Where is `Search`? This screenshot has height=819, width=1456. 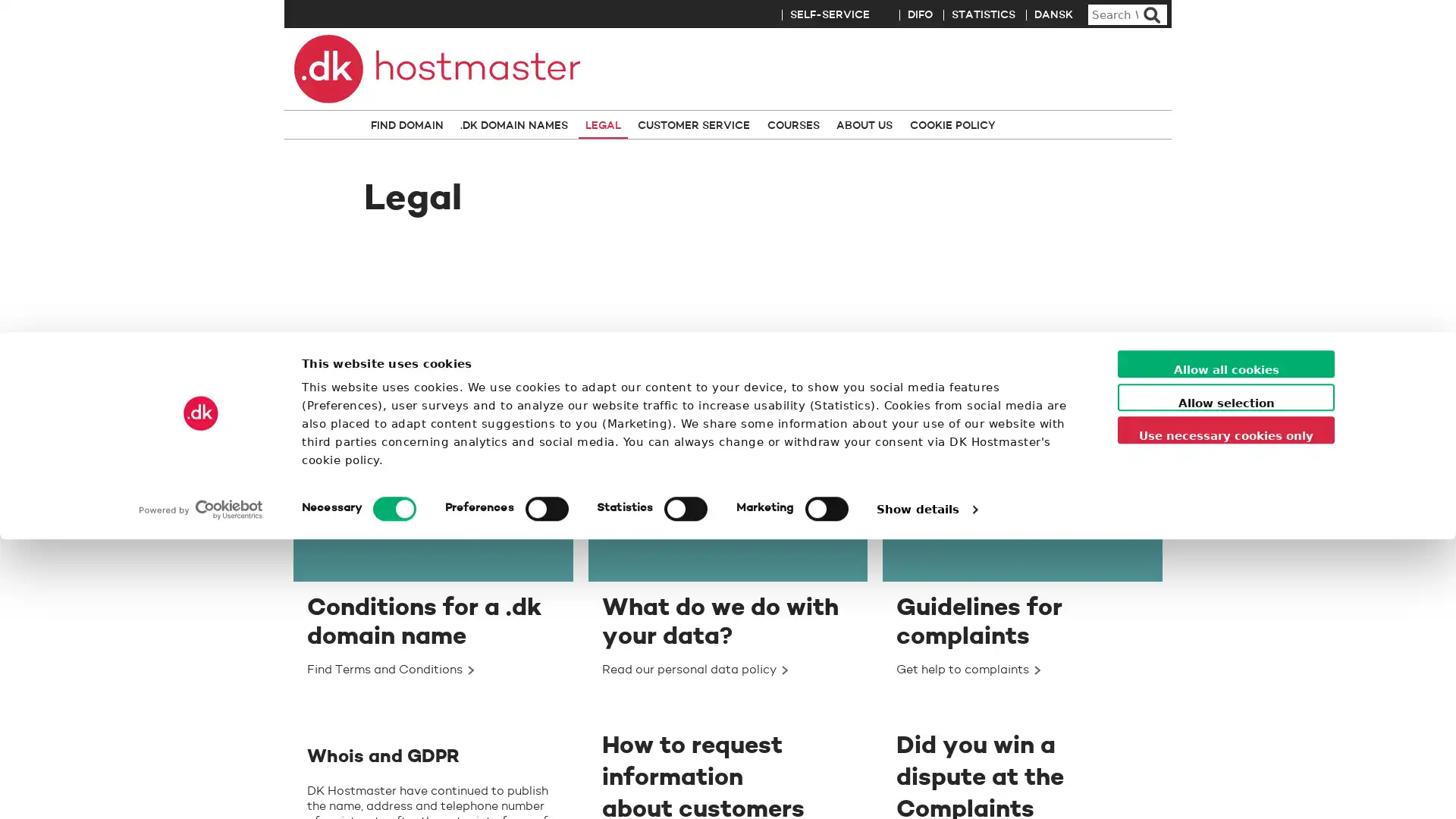 Search is located at coordinates (1153, 14).